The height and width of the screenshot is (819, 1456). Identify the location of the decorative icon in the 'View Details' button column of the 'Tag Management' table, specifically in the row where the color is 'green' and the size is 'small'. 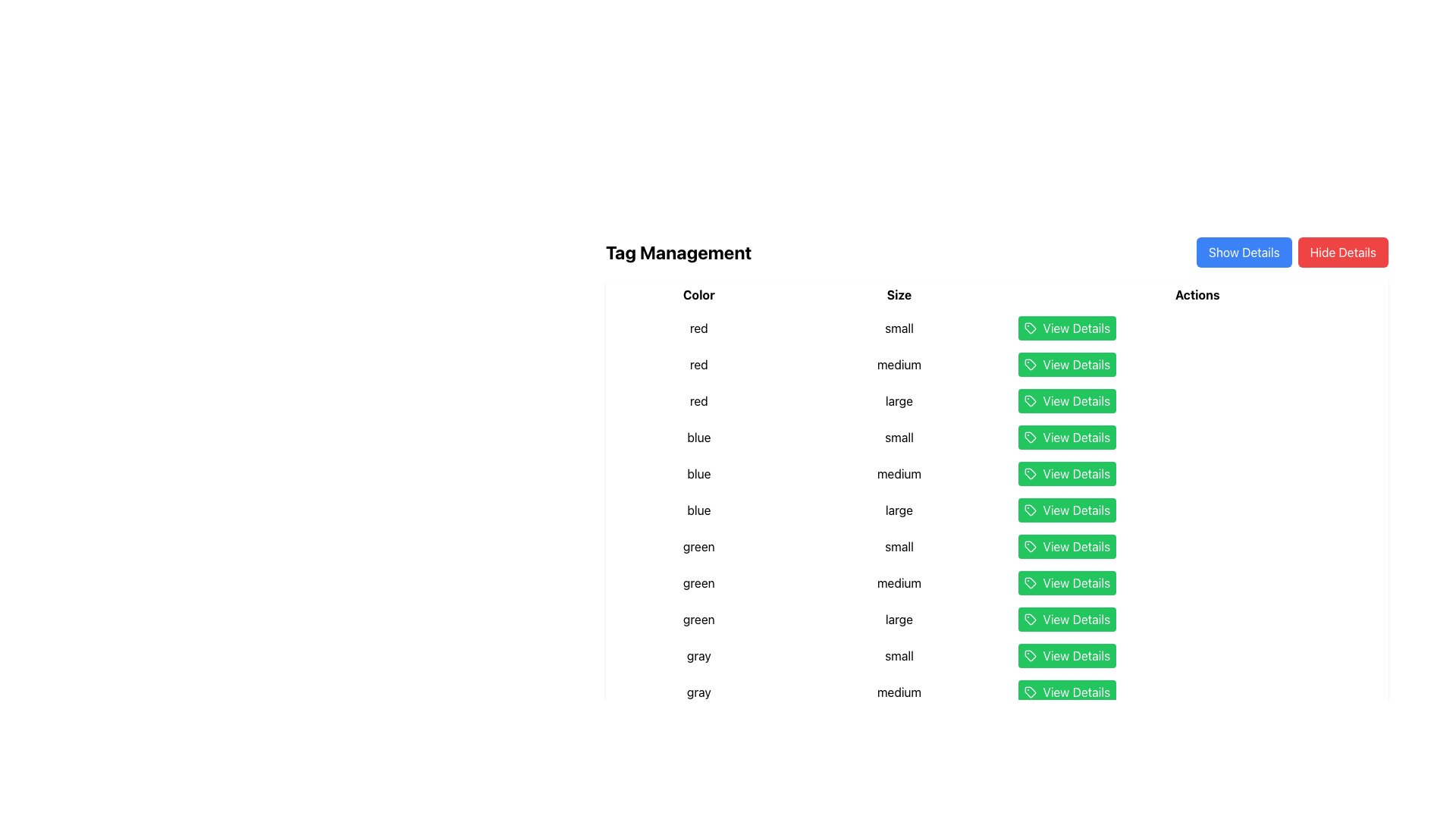
(1031, 547).